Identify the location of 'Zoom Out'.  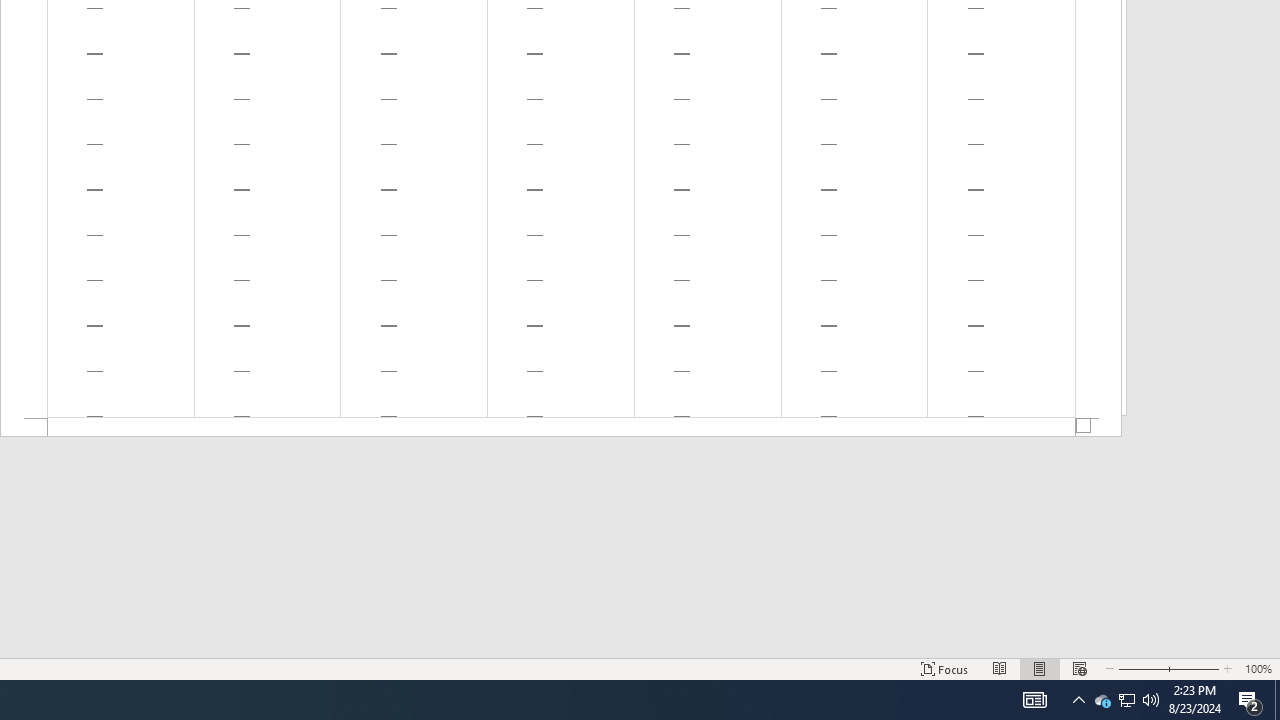
(1143, 669).